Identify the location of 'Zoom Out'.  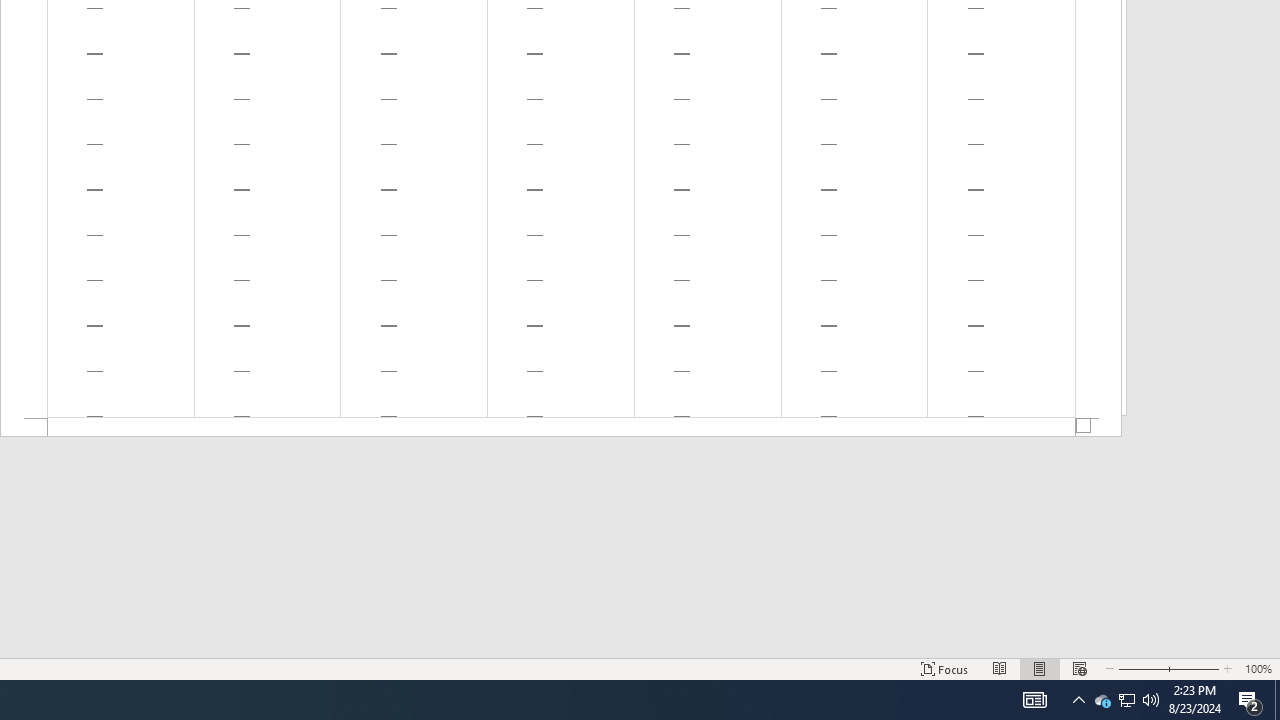
(1143, 669).